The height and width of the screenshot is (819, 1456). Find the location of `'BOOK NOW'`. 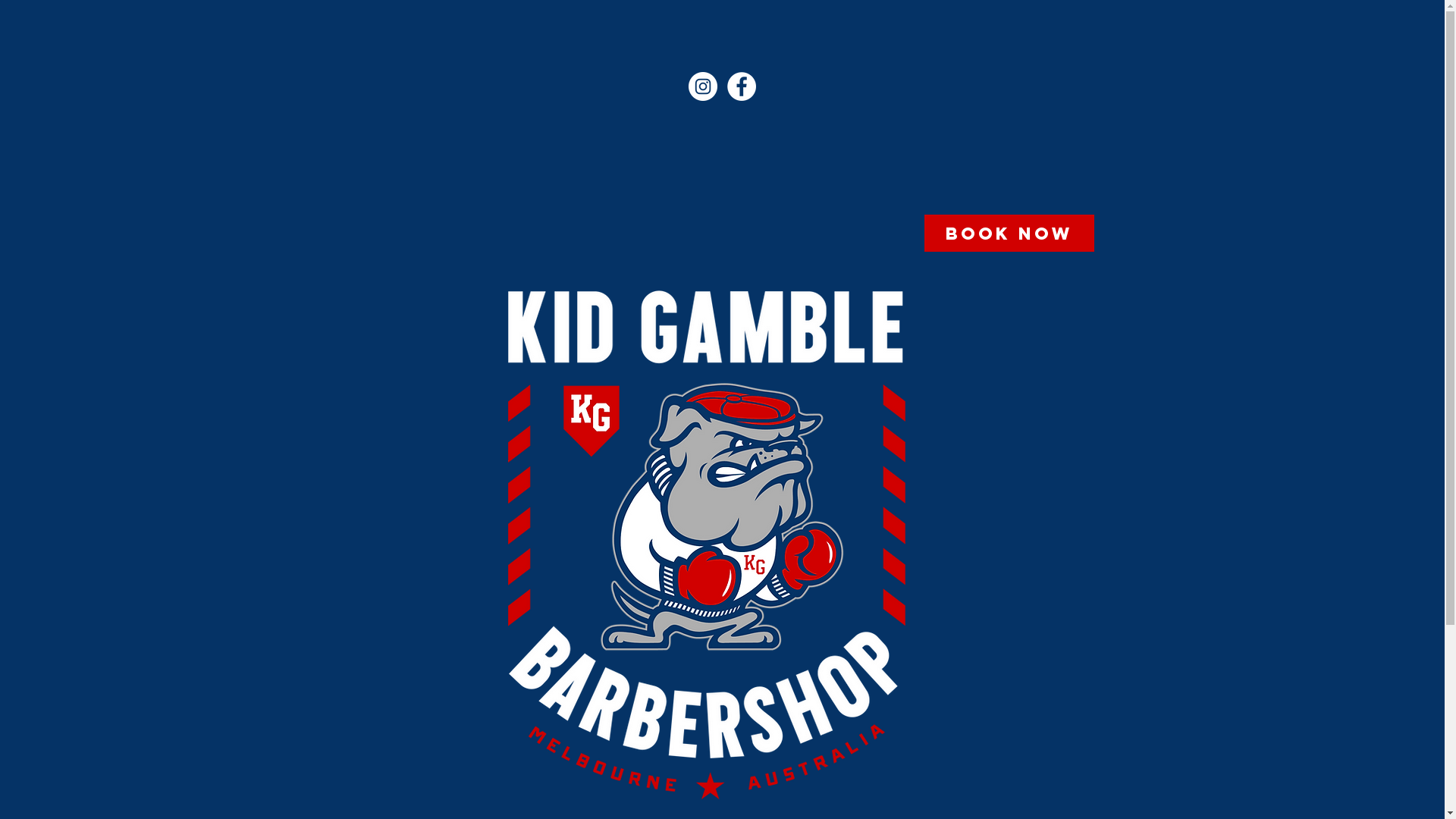

'BOOK NOW' is located at coordinates (1008, 233).